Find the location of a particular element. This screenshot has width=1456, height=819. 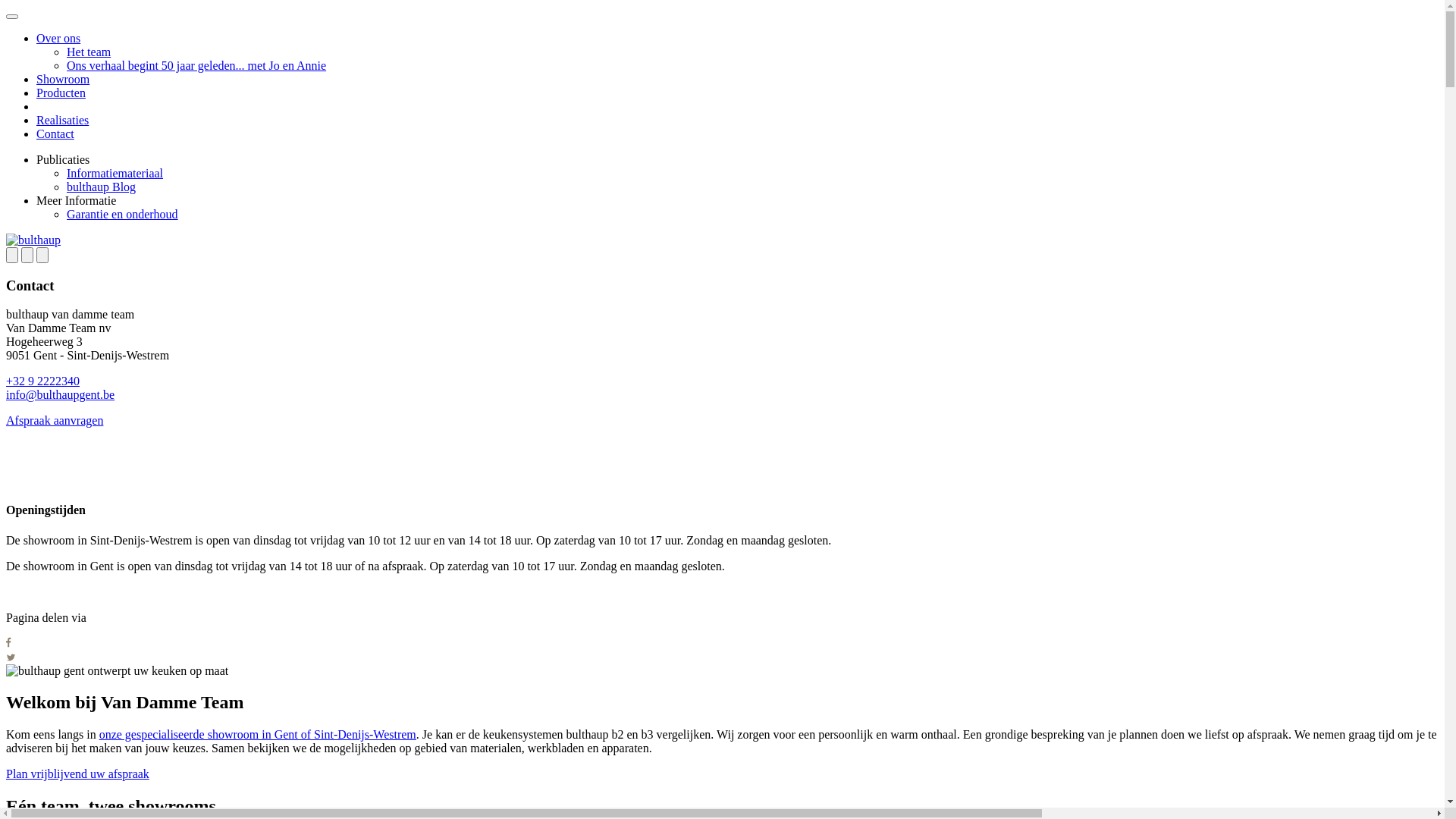

'bulthaup Blog' is located at coordinates (100, 186).